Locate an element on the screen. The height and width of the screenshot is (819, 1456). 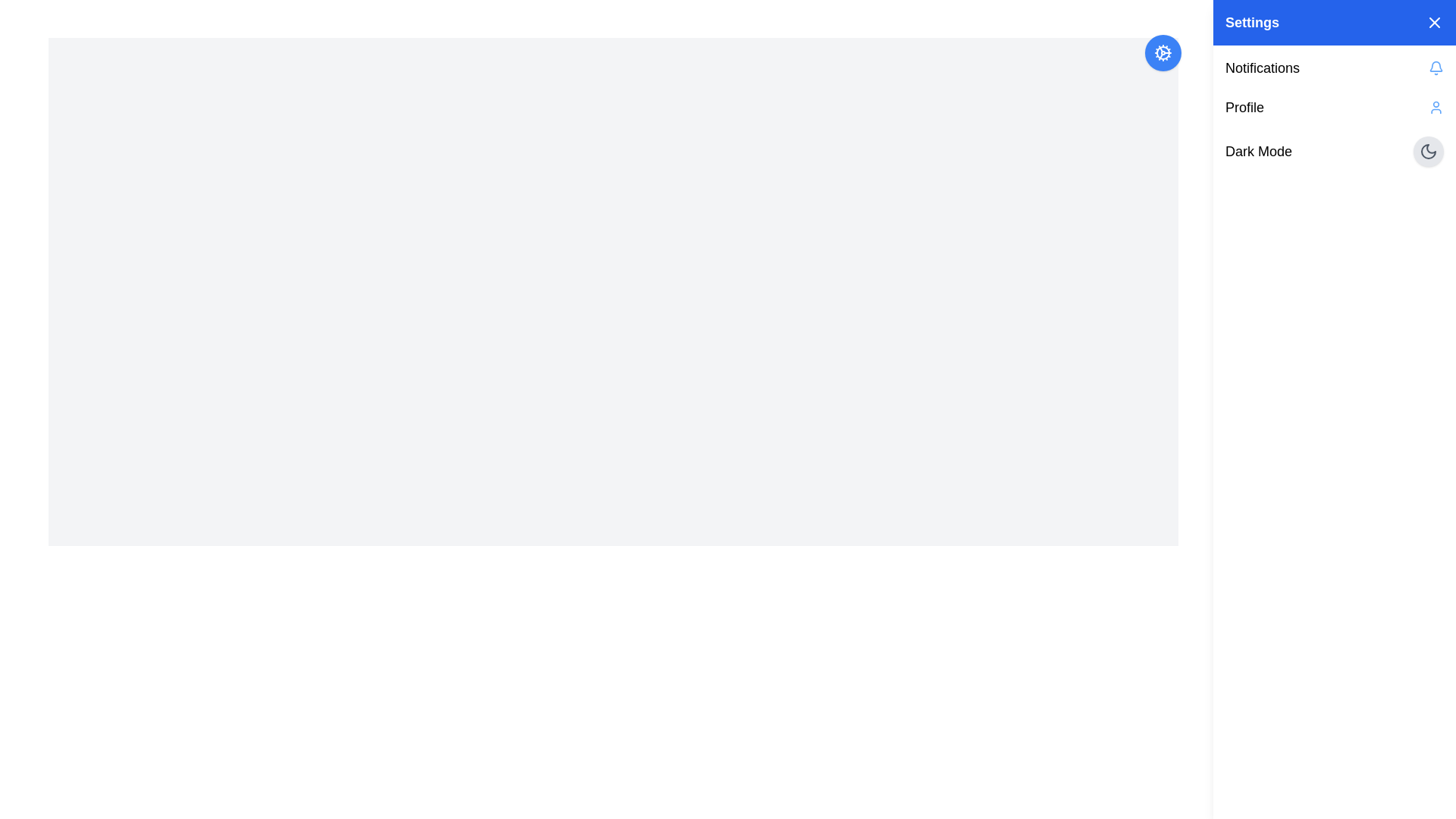
the blue notification bell icon located in the top-right area of the Settings panel, adjacent to the 'Notifications' text is located at coordinates (1436, 67).